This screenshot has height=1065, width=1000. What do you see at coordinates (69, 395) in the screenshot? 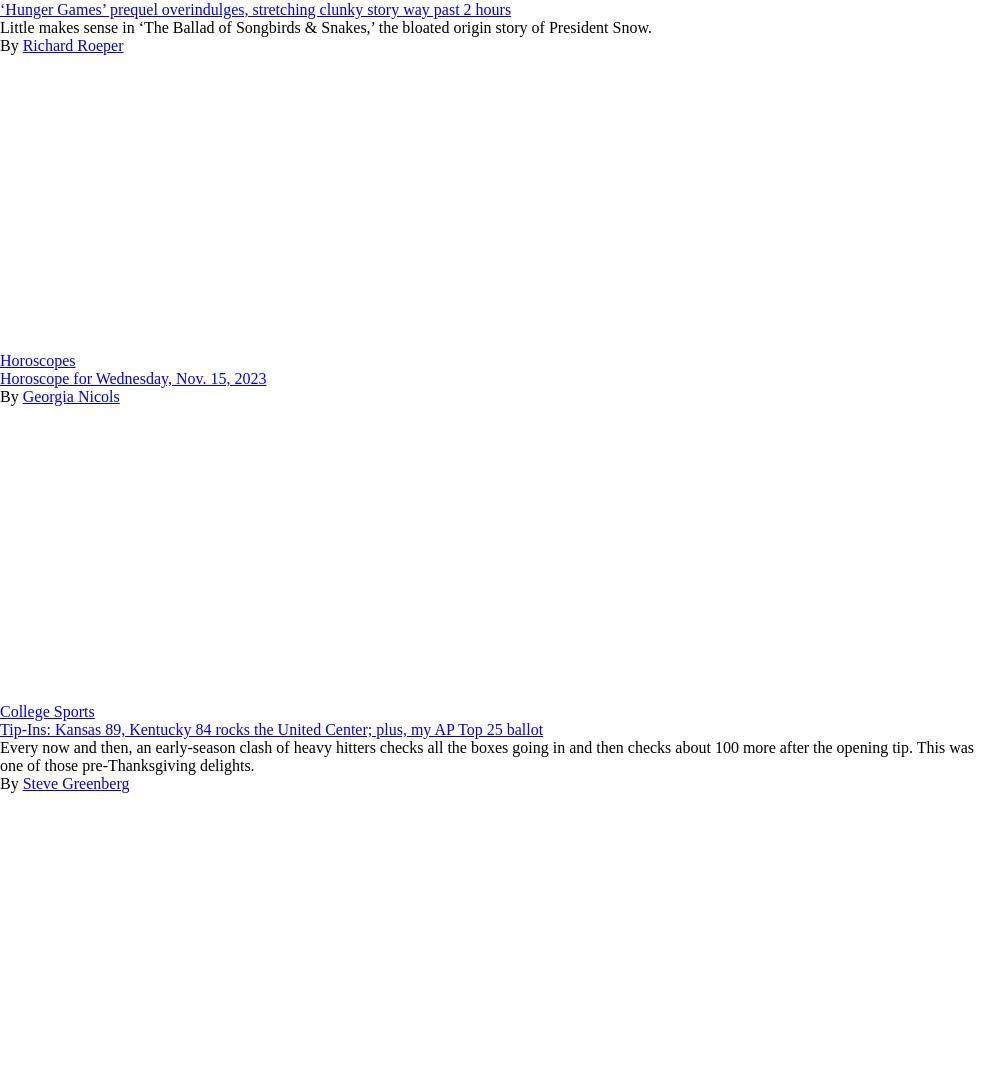
I see `'Georgia Nicols'` at bounding box center [69, 395].